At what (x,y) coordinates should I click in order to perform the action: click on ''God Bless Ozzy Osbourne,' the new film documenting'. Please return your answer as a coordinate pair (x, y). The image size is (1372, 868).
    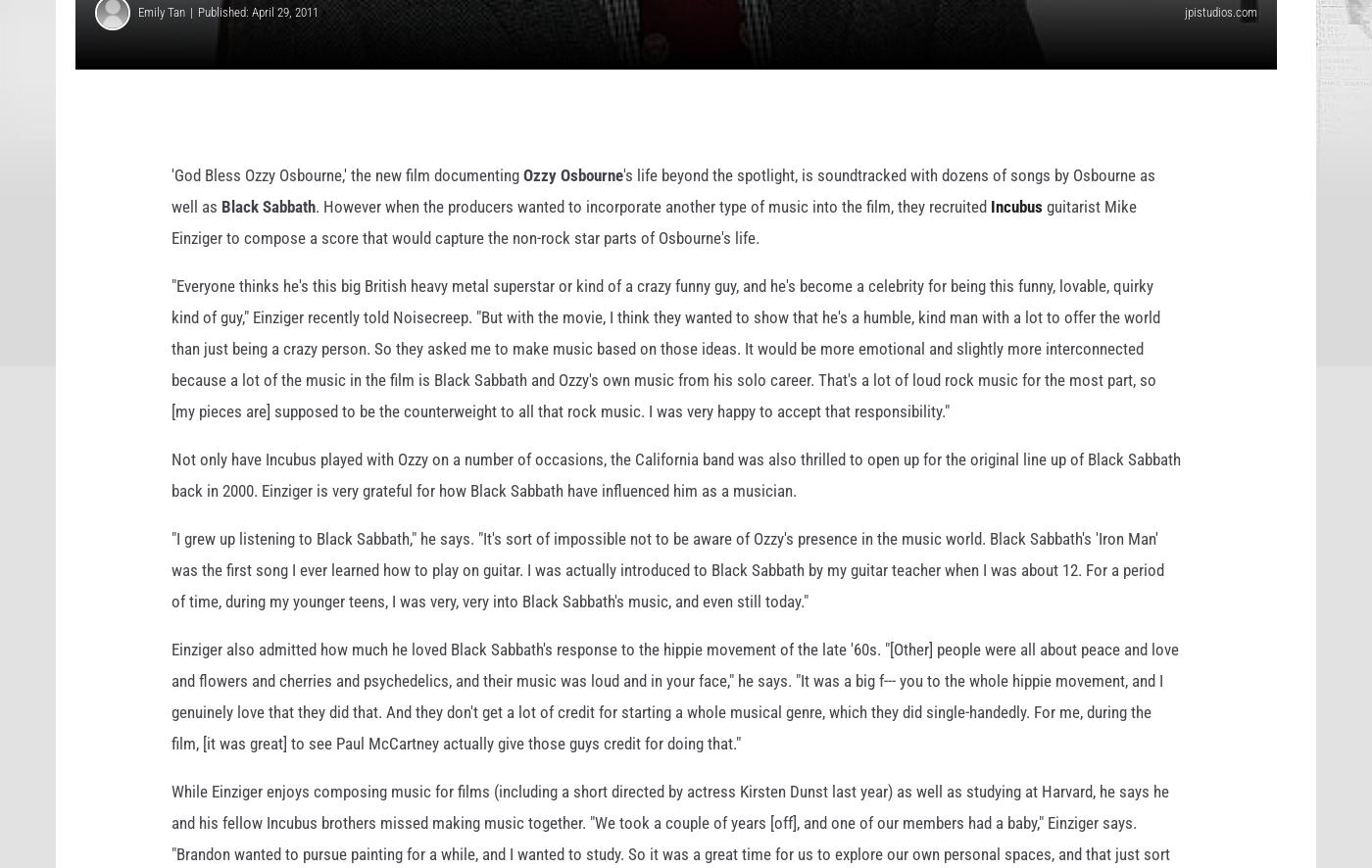
    Looking at the image, I should click on (346, 206).